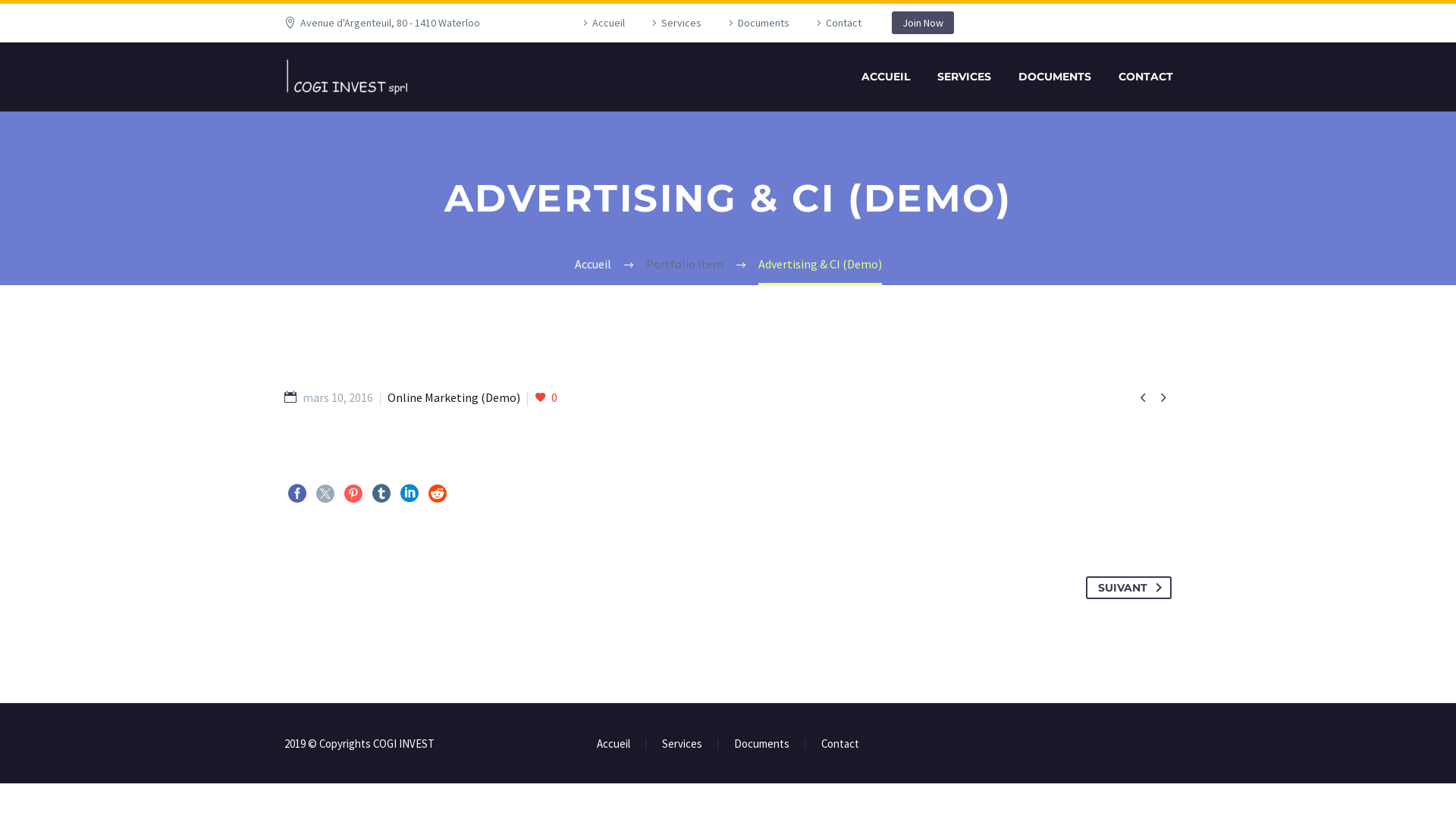 The height and width of the screenshot is (819, 1456). I want to click on 'ACCUEIL', so click(885, 77).